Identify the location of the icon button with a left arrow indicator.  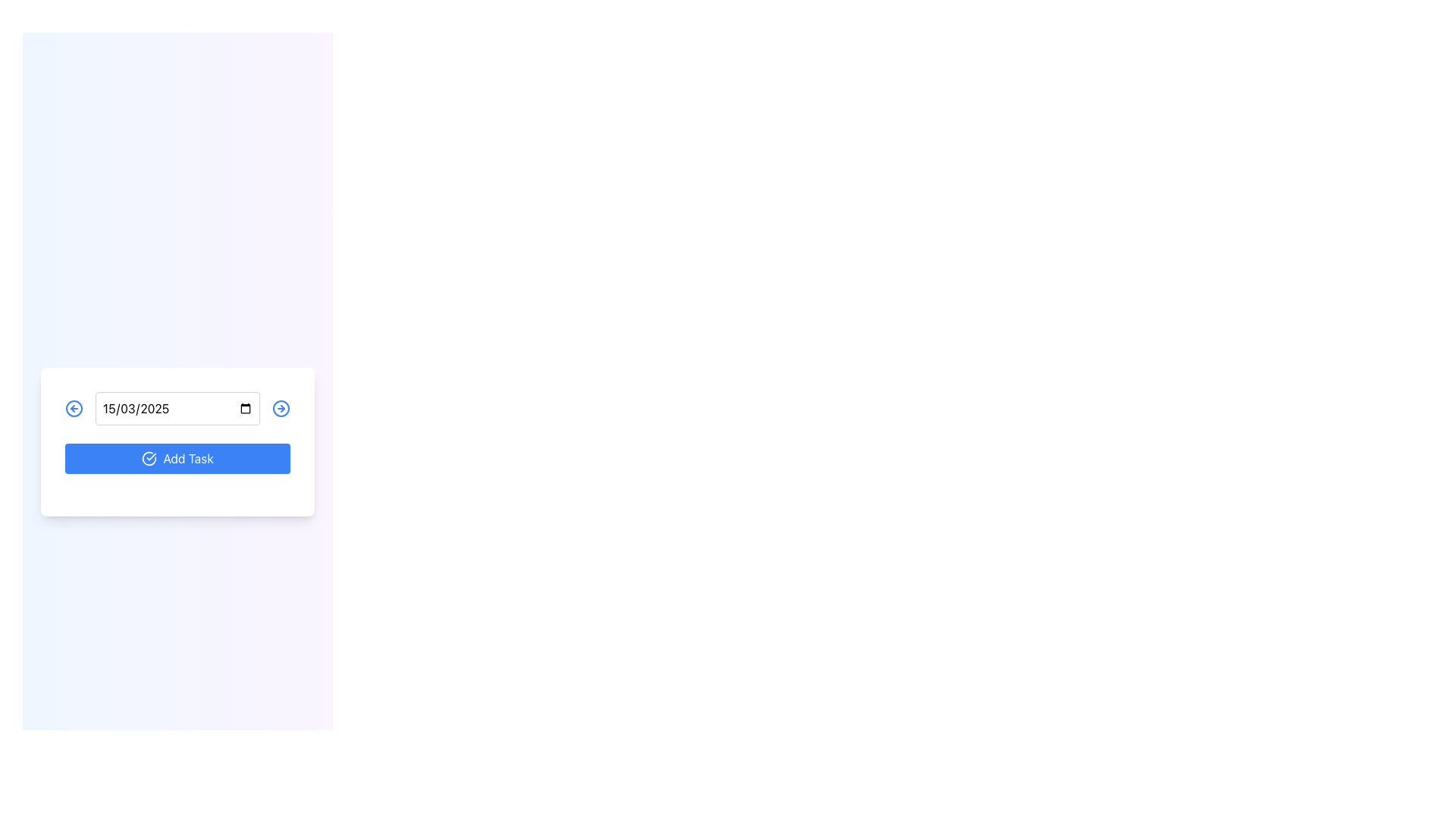
(73, 408).